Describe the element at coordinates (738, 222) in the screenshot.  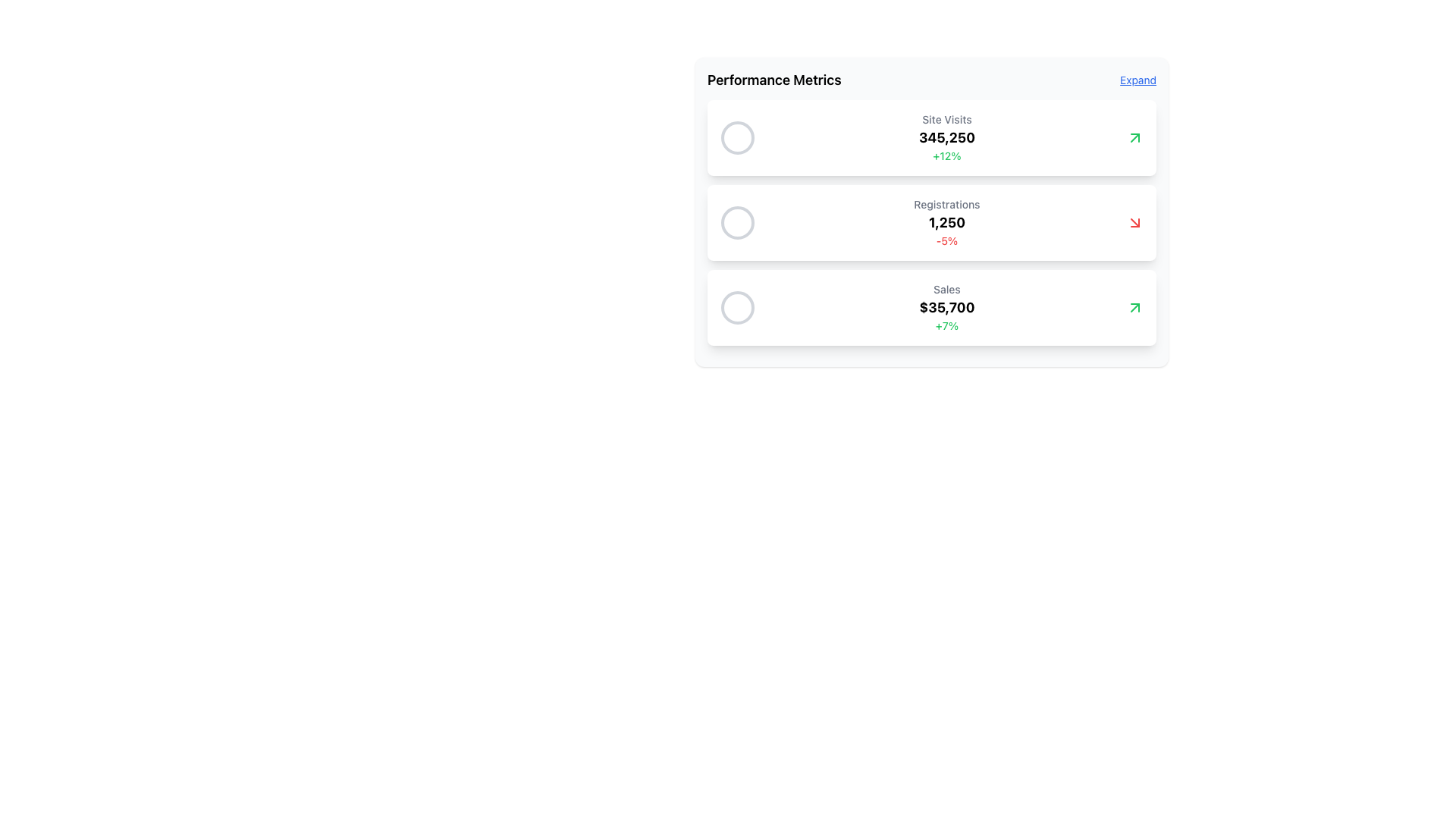
I see `the circular SVG element associated with the 'Registrations' metrics` at that location.